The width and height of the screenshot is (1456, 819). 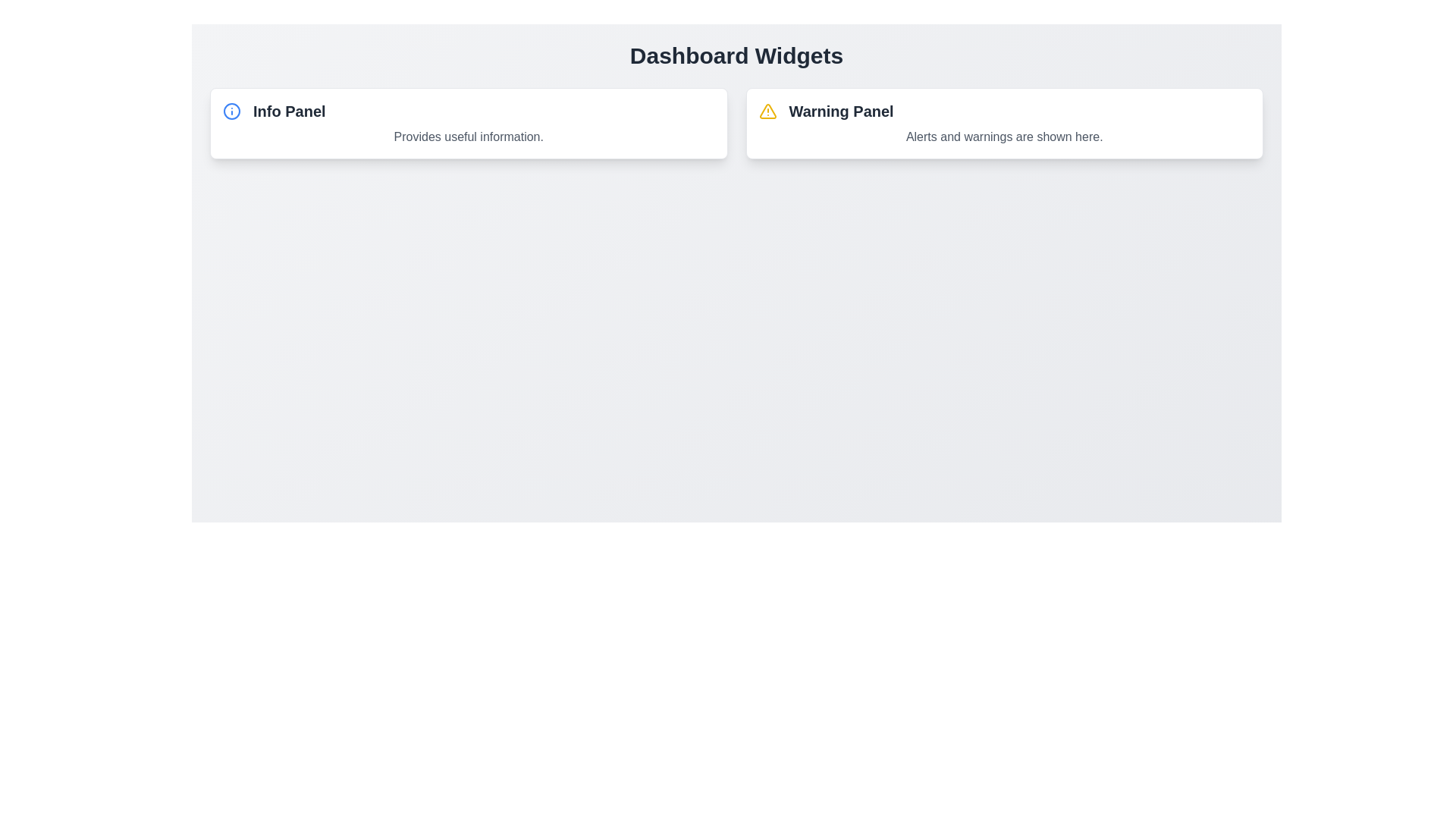 What do you see at coordinates (840, 110) in the screenshot?
I see `the text label reading 'Warning Panel' styled with a bold, large font in a dark gray color, which is located in the right-side panel adjacent to the 'Info Panel'` at bounding box center [840, 110].